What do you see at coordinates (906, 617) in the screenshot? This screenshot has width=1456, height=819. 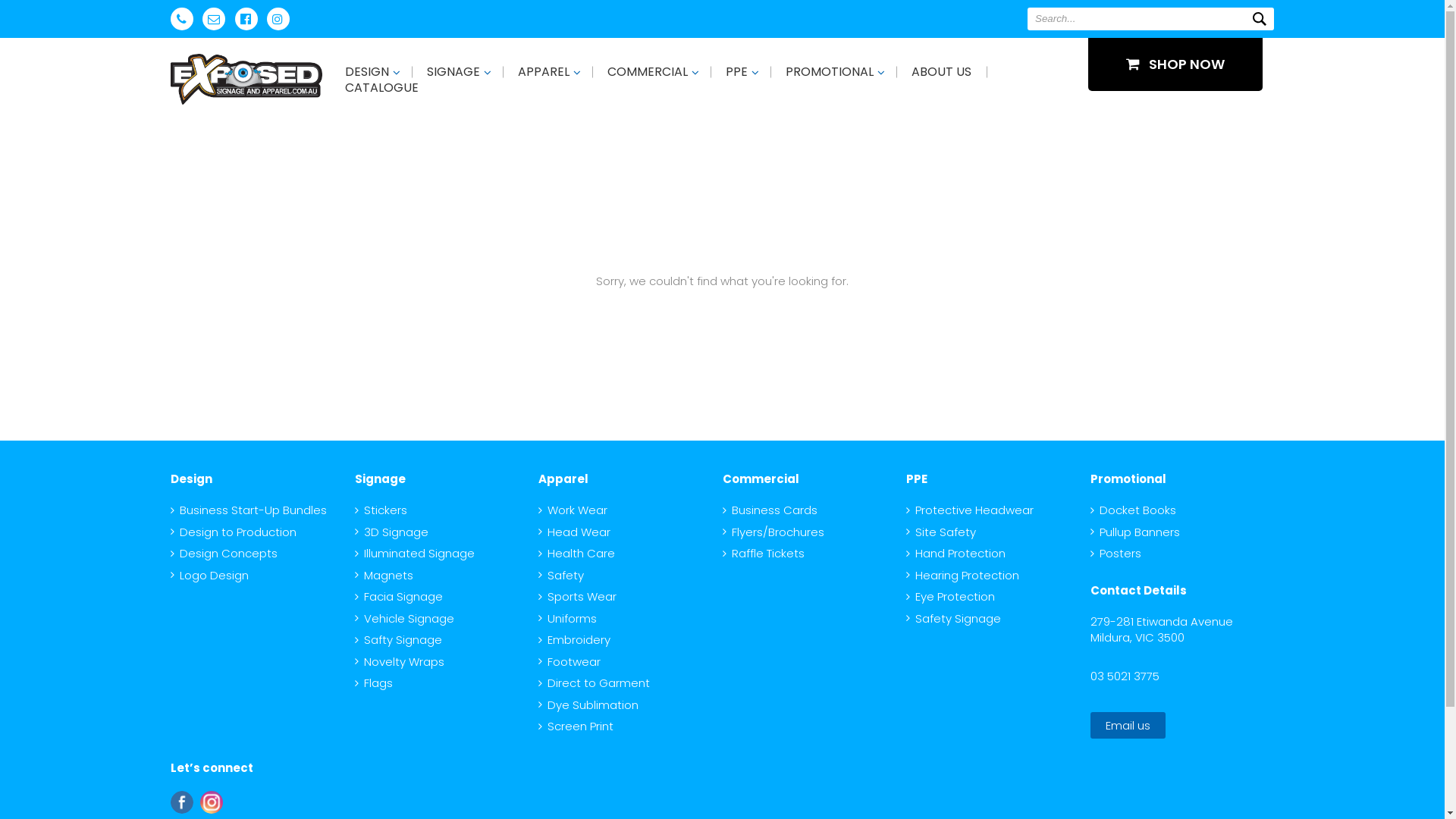 I see `'Safety Signage'` at bounding box center [906, 617].